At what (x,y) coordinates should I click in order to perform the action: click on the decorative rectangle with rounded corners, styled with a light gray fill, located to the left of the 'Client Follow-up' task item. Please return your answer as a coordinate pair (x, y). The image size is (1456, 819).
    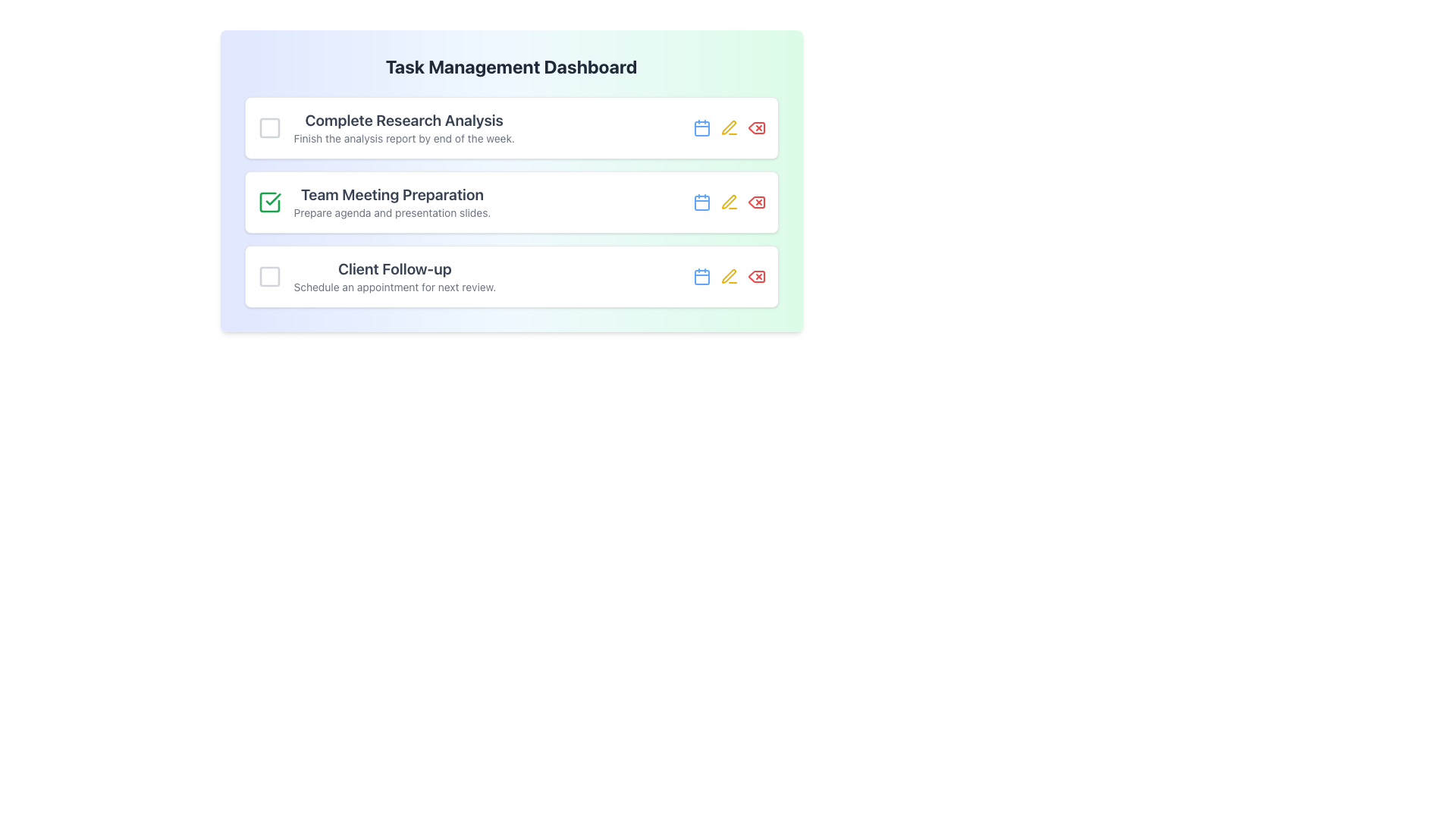
    Looking at the image, I should click on (269, 277).